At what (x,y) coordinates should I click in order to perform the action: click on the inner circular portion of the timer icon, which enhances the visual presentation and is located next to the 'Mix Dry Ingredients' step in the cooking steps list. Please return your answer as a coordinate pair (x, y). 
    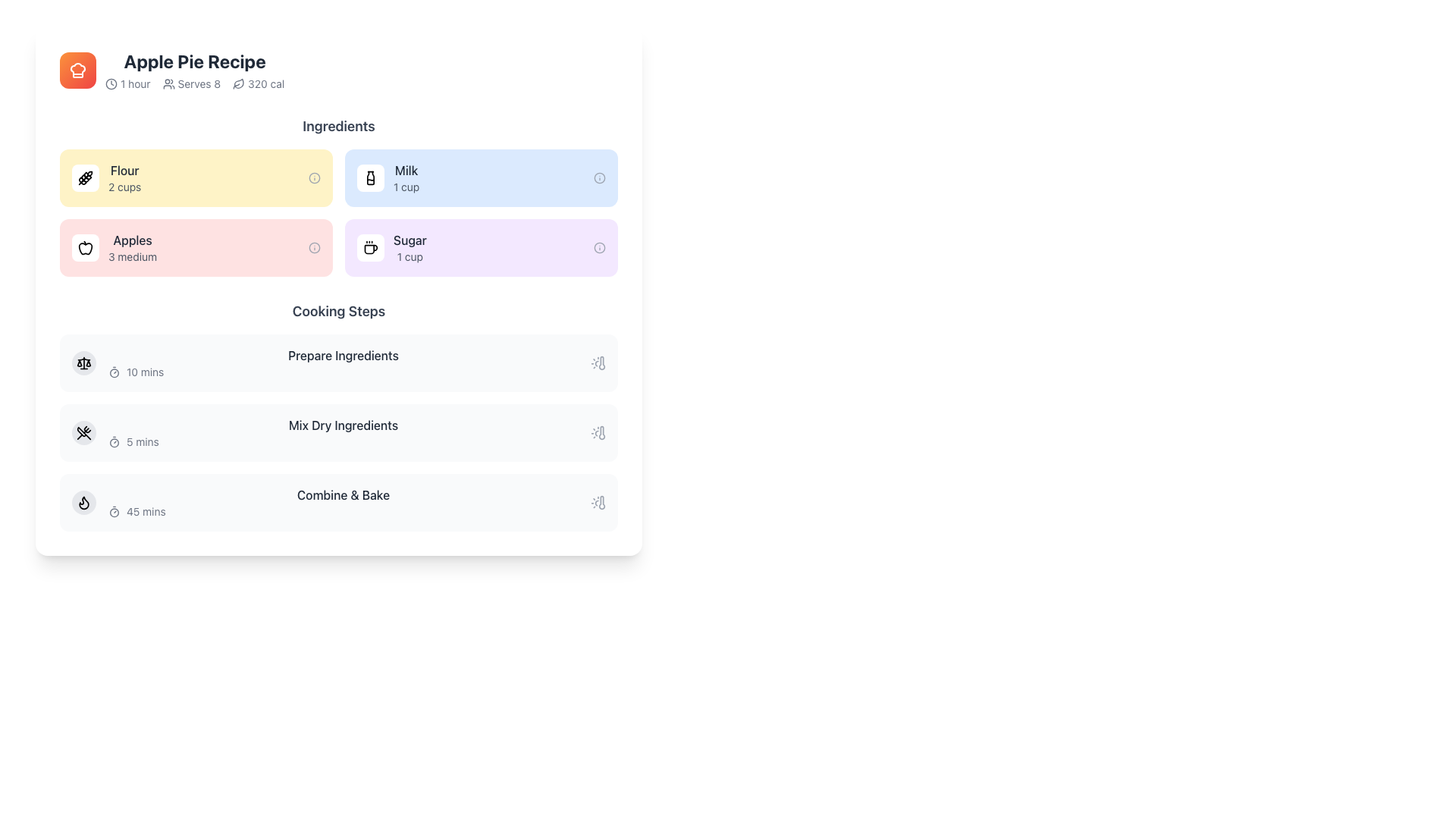
    Looking at the image, I should click on (113, 442).